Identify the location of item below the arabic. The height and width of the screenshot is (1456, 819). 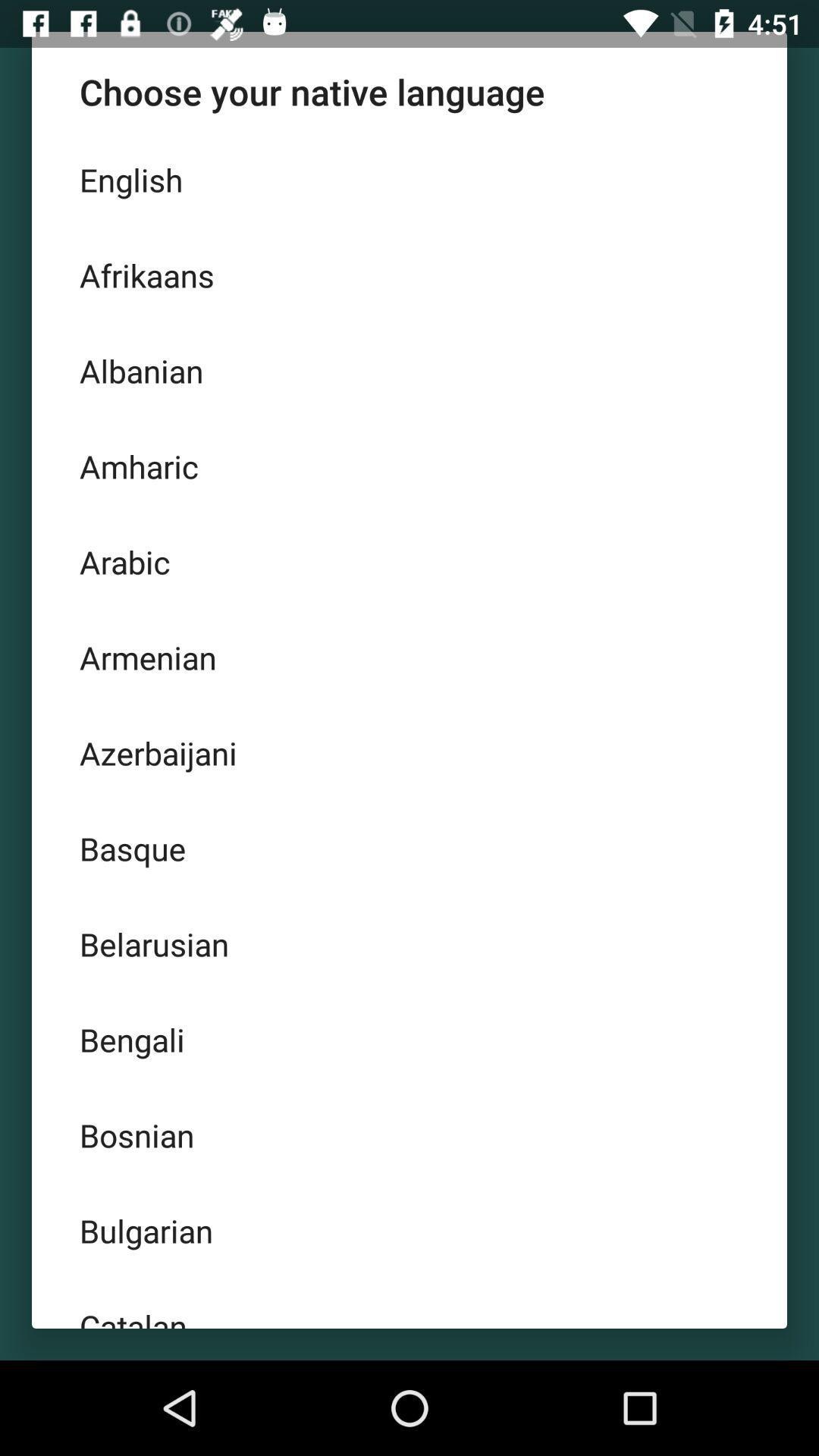
(409, 657).